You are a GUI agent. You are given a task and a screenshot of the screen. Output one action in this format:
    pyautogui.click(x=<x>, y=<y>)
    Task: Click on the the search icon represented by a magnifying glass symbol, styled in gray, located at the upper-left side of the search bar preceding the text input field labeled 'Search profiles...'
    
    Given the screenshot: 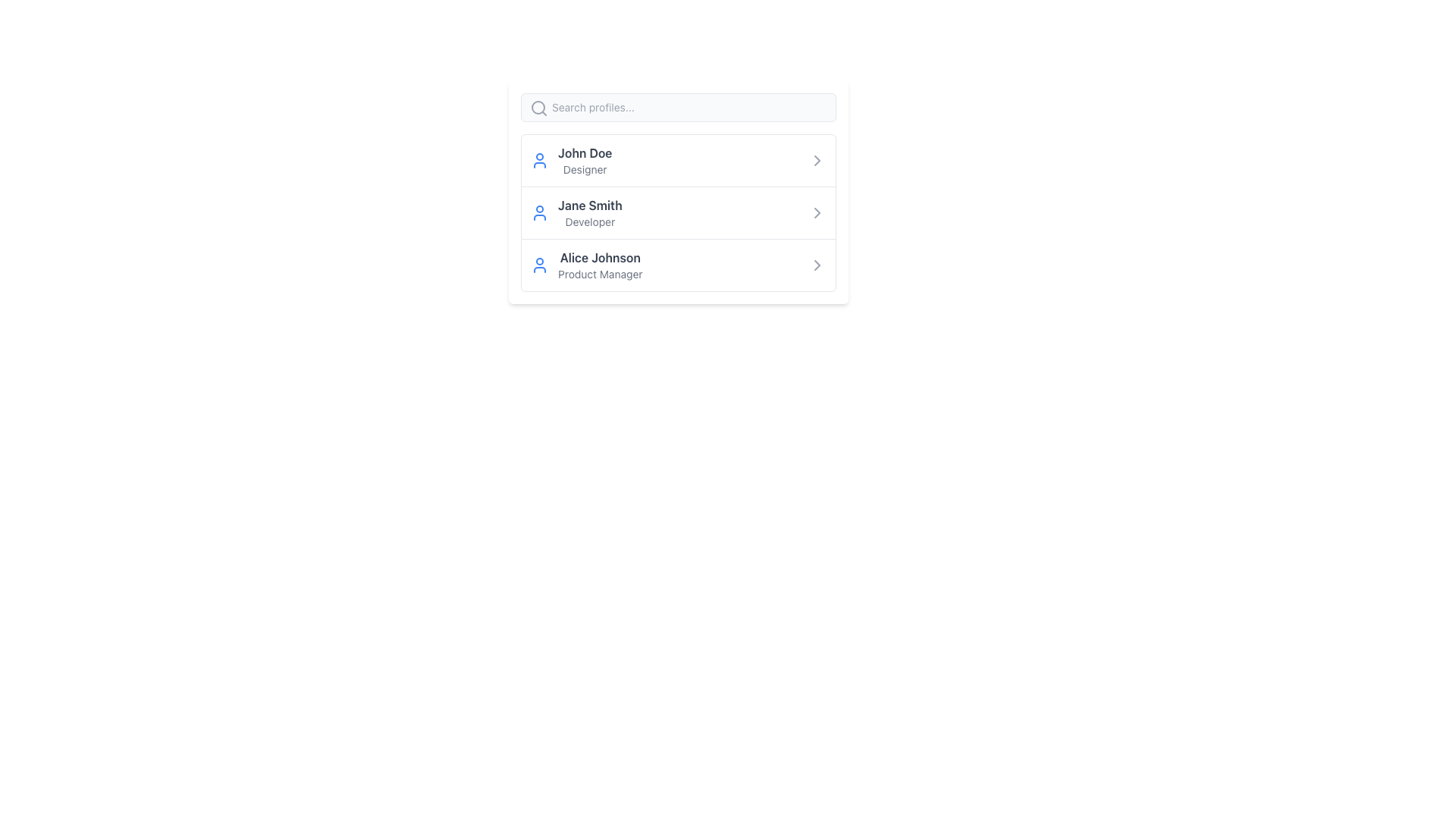 What is the action you would take?
    pyautogui.click(x=538, y=107)
    